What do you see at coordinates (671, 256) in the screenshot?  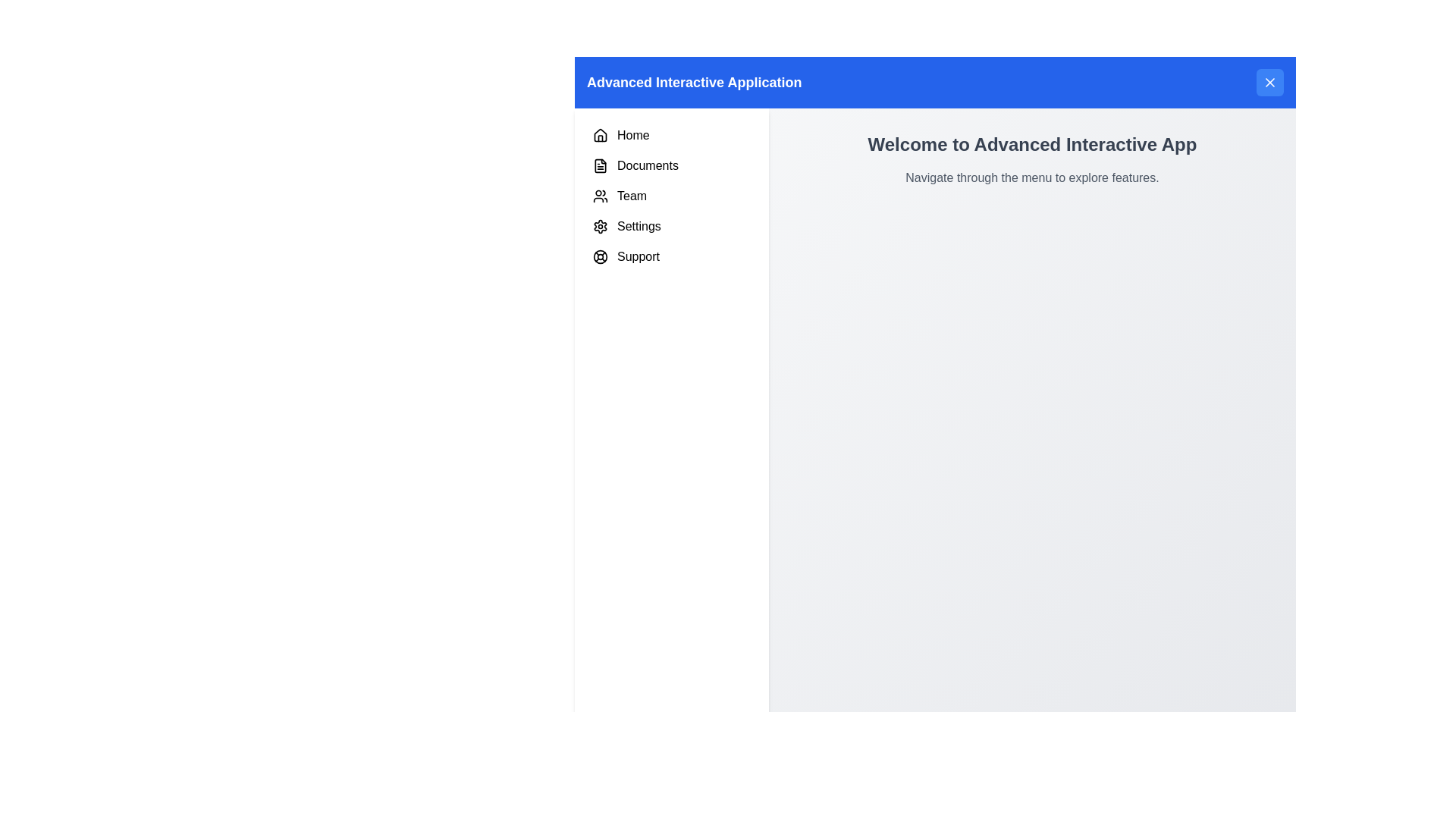 I see `the 'Support' menu item located as the fifth option in the vertical navigation menu` at bounding box center [671, 256].